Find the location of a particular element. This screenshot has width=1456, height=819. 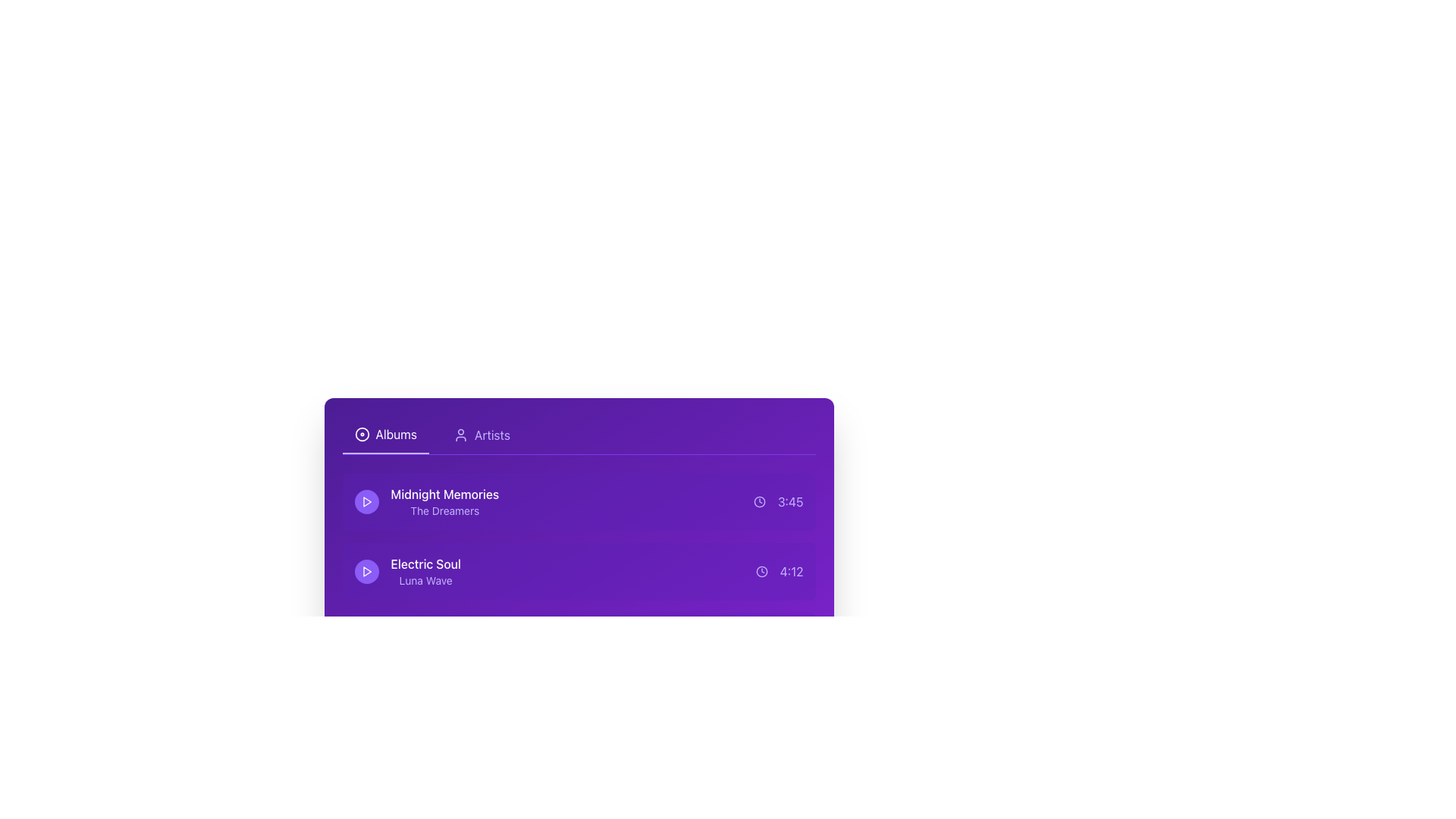

the 'Artists' button, which features a violet label and a user icon is located at coordinates (481, 435).